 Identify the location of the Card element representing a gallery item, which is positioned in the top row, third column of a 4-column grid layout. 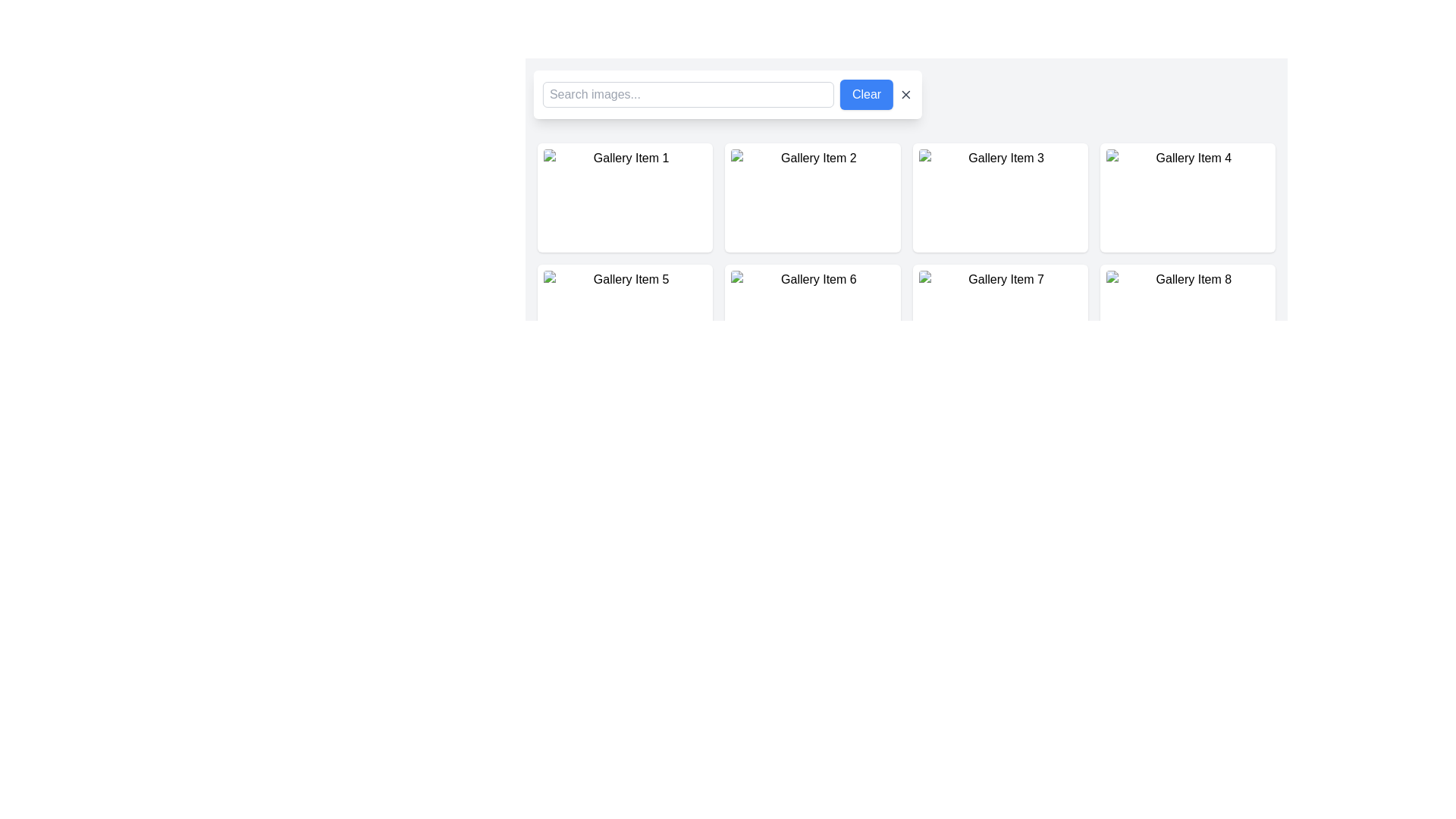
(1000, 197).